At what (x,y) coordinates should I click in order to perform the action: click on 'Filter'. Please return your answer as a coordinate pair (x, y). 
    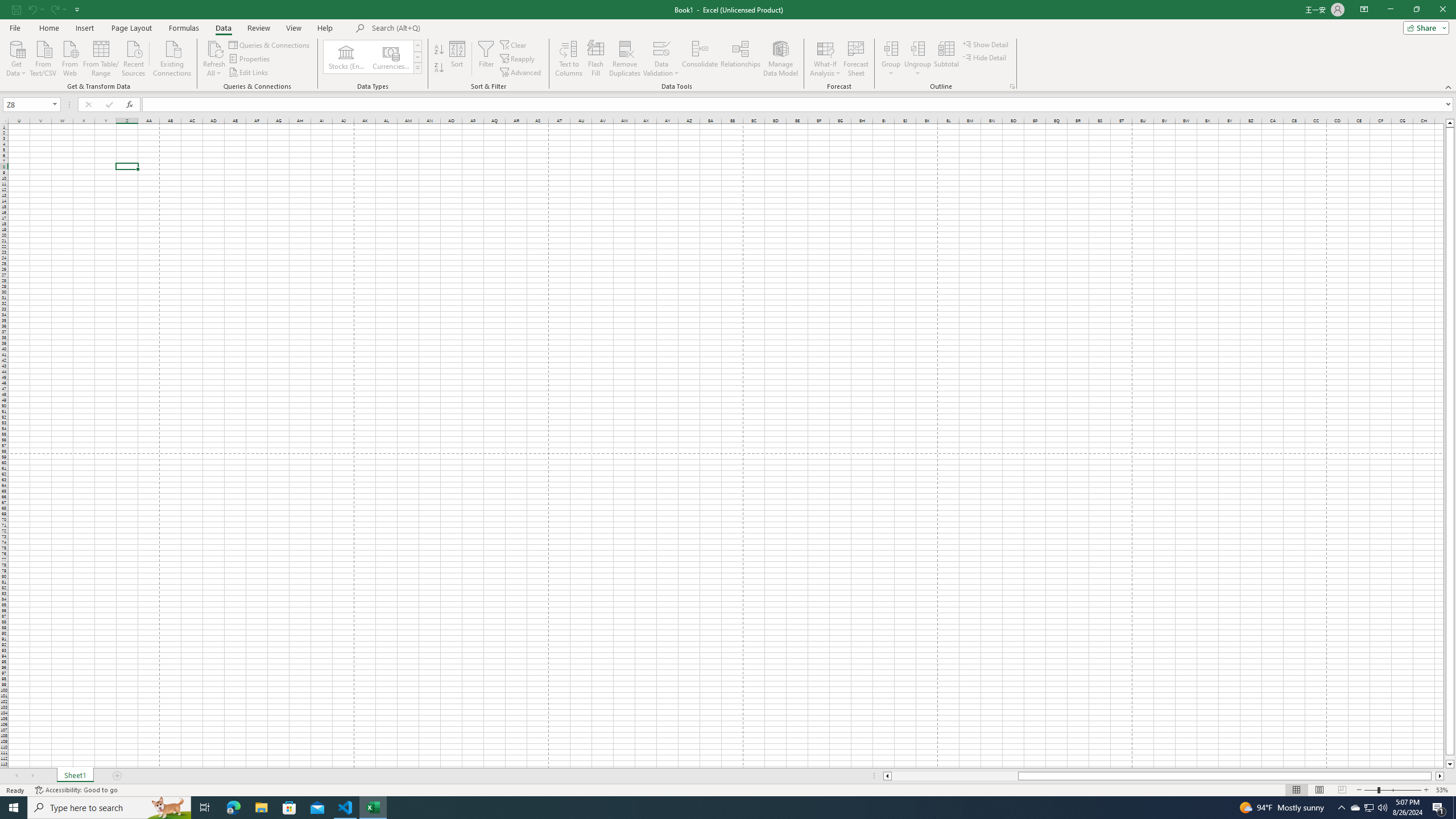
    Looking at the image, I should click on (486, 59).